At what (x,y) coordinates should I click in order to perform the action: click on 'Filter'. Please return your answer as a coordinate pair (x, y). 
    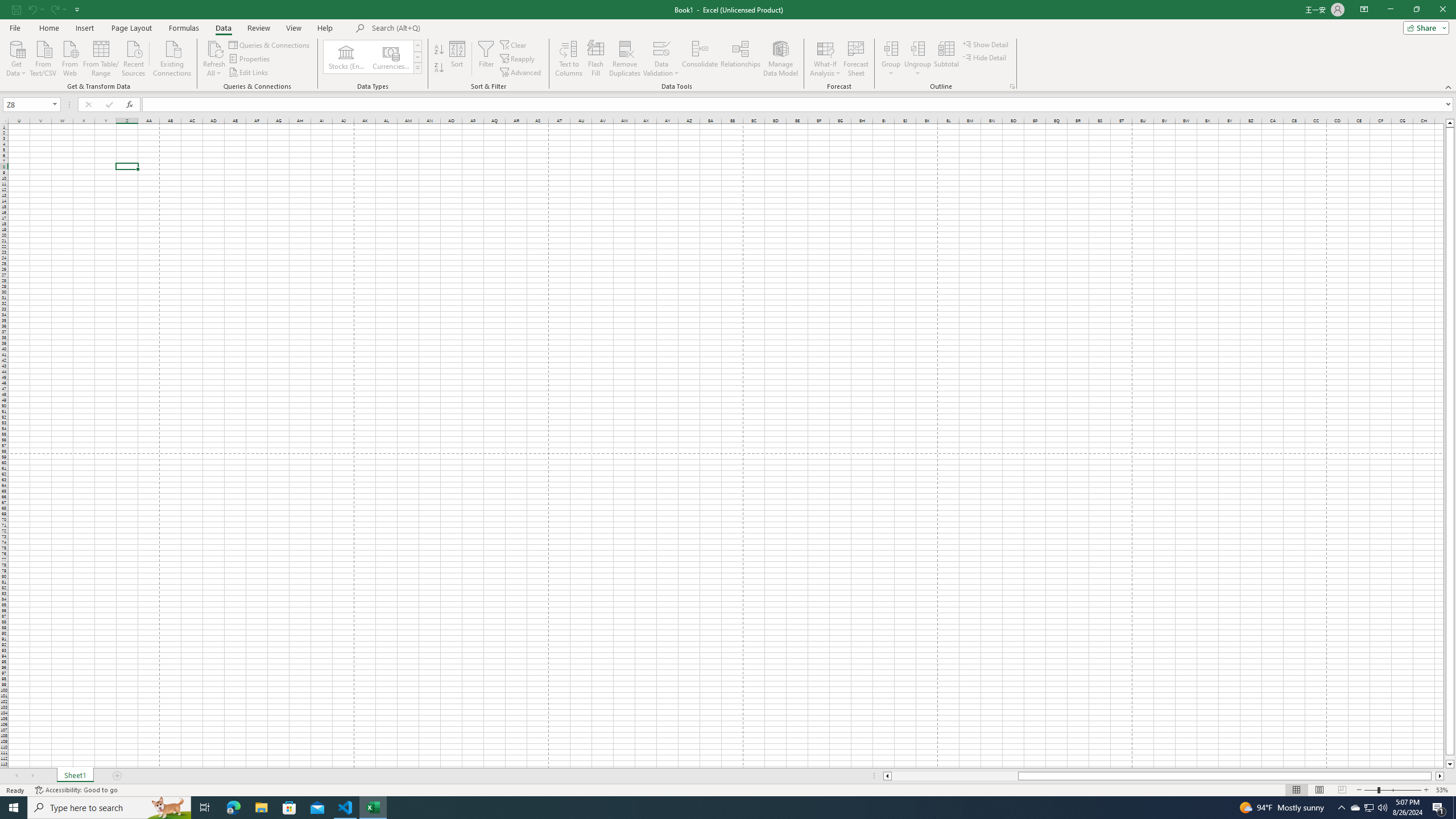
    Looking at the image, I should click on (486, 59).